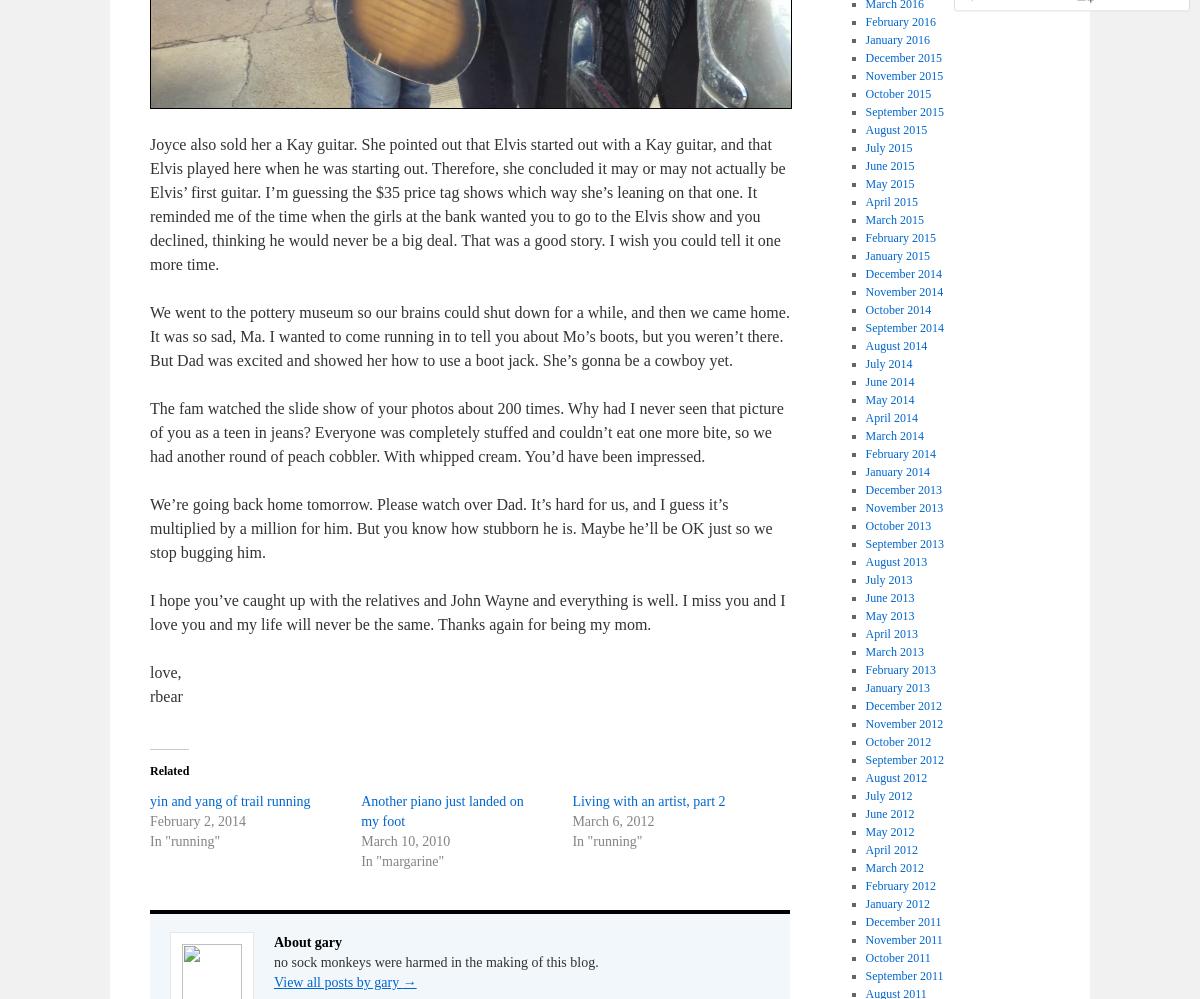  I want to click on 'June 2013', so click(888, 598).